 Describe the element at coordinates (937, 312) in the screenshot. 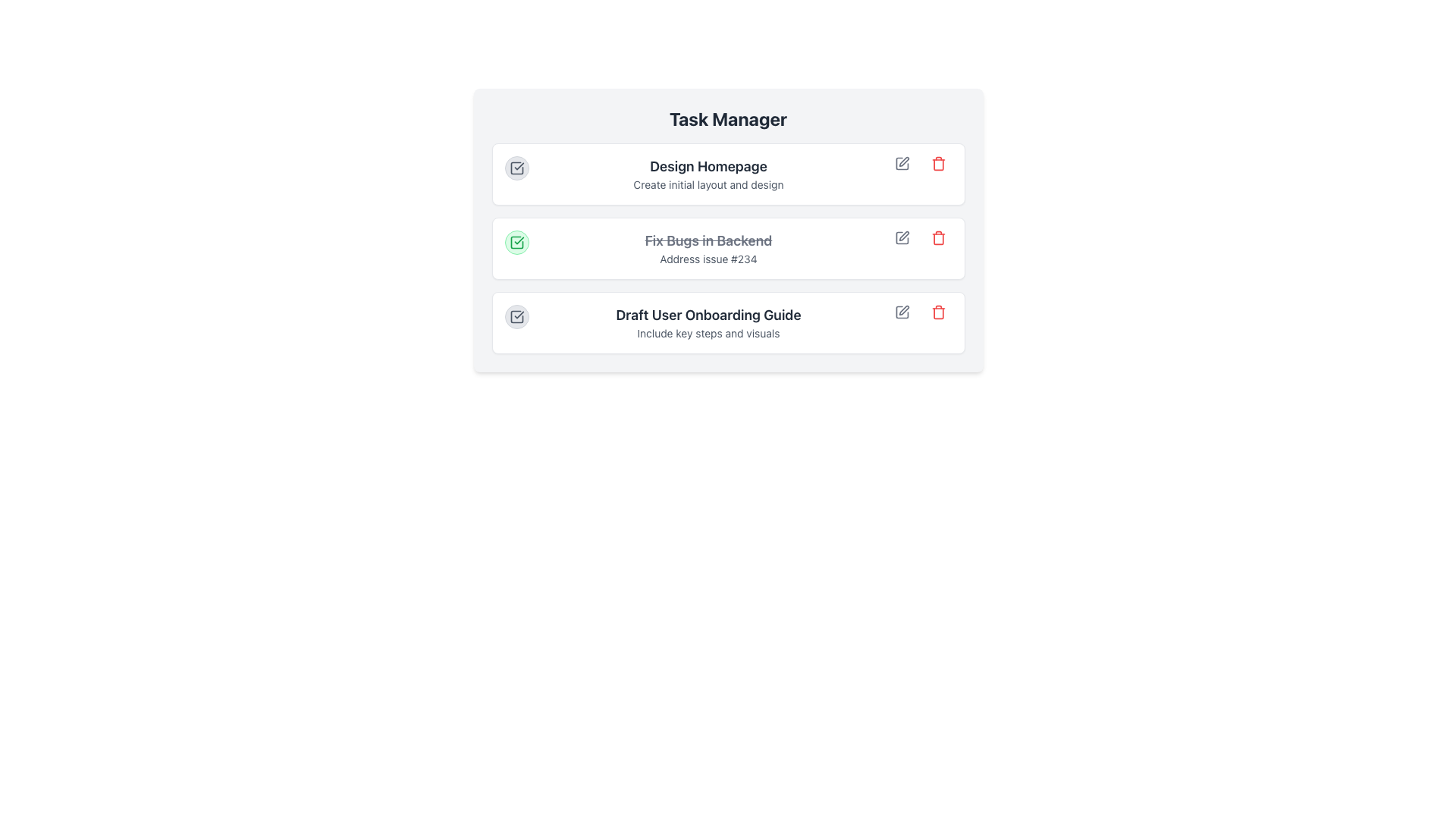

I see `the vertical rectangle component with rounded edges that represents the delete button in the trash bin icon located at the far-right of the third task row titled 'Draft User Onboarding Guide'` at that location.